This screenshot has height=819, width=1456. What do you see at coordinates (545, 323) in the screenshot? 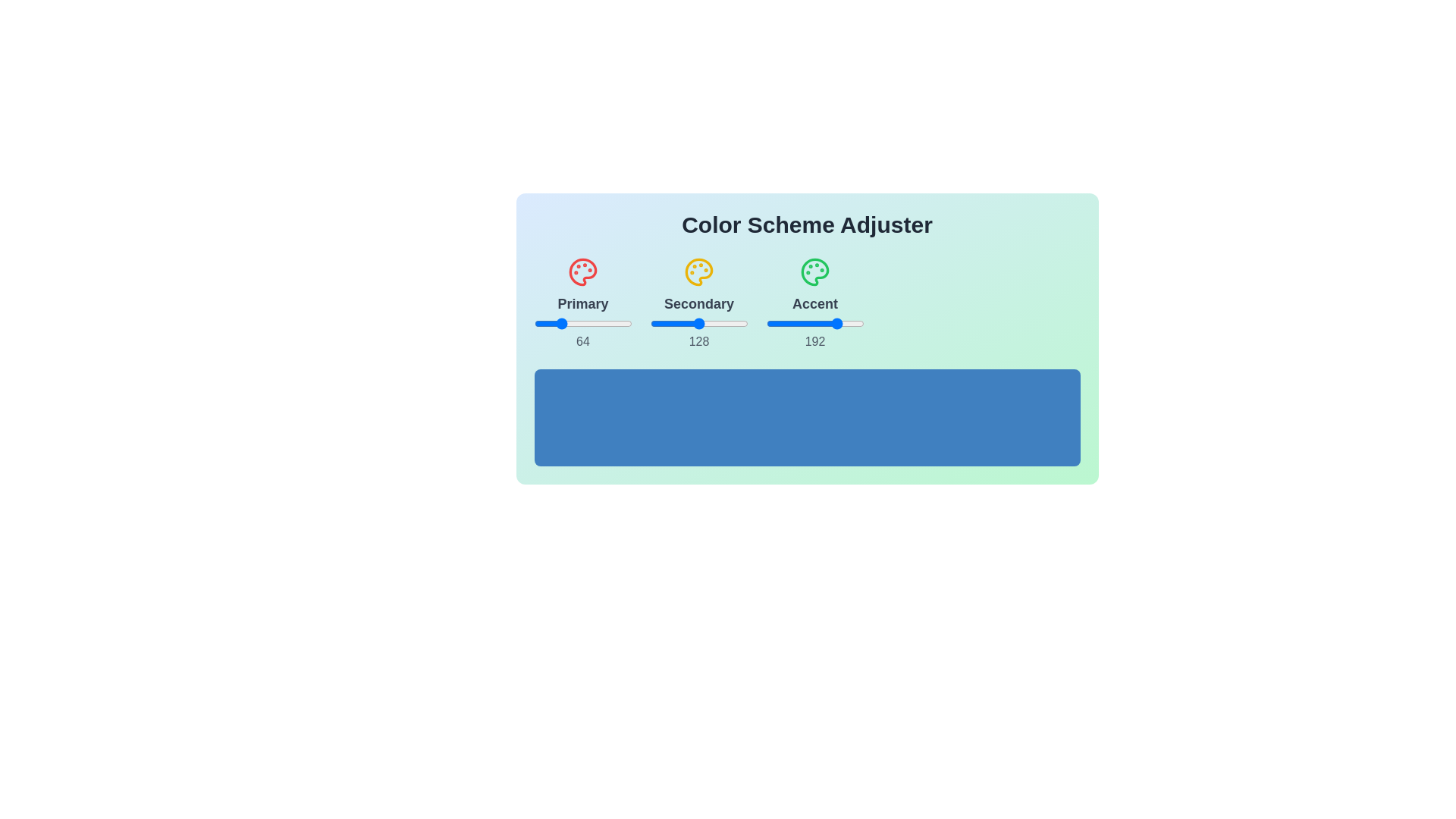
I see `the 1 slider to 29` at bounding box center [545, 323].